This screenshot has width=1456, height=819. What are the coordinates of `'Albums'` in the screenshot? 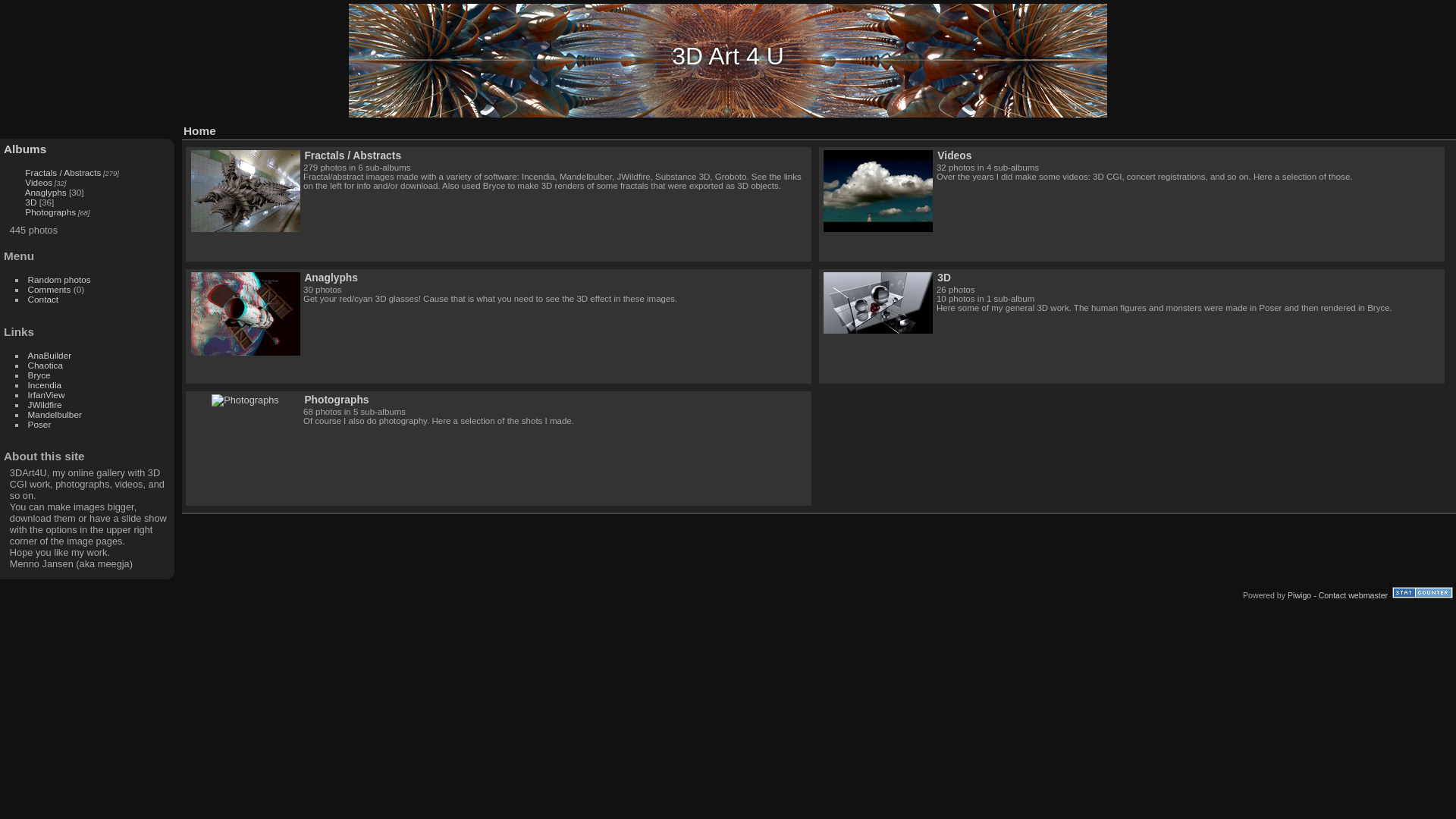 It's located at (25, 149).